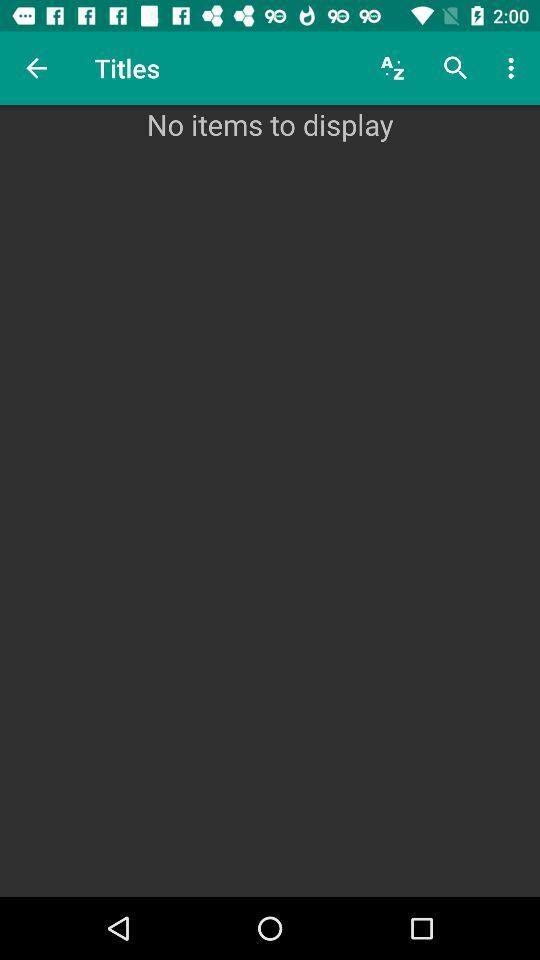 This screenshot has height=960, width=540. I want to click on the icon above the no items to icon, so click(36, 68).